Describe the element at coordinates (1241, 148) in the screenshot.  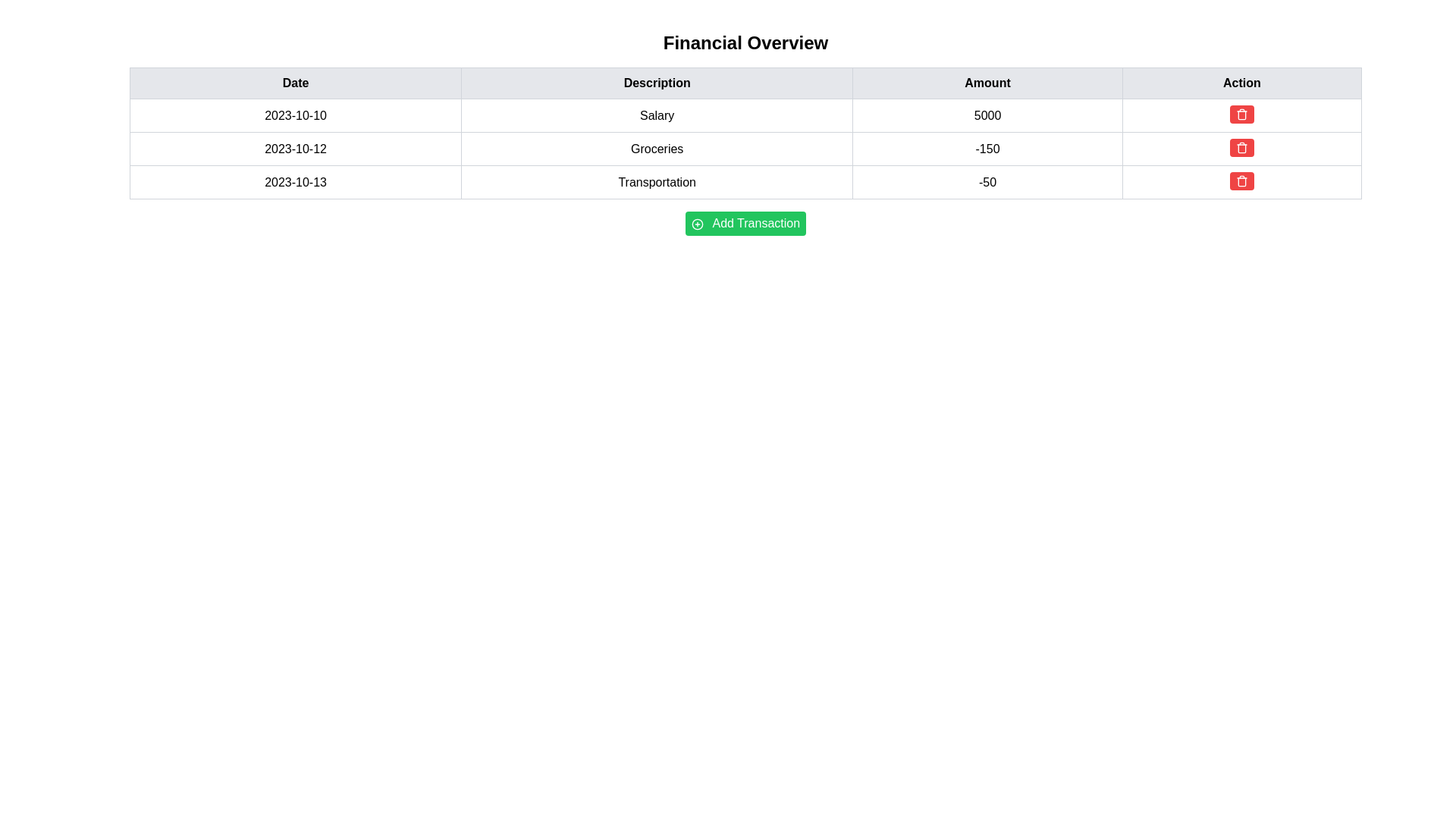
I see `the delete button located in the 'Action' column of the second row in the table` at that location.